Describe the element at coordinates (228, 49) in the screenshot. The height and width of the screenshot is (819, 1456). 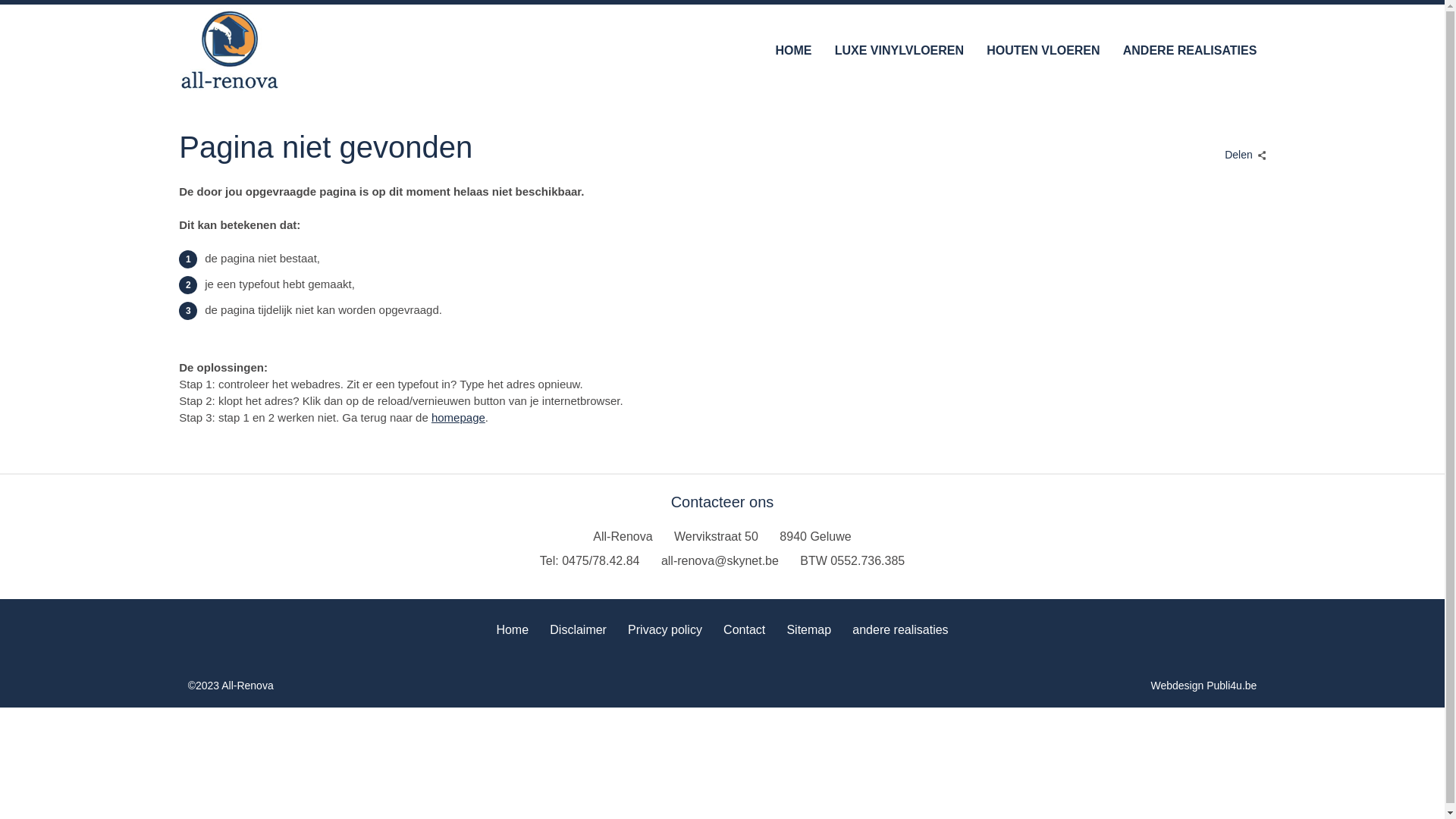
I see `'All-Renova'` at that location.